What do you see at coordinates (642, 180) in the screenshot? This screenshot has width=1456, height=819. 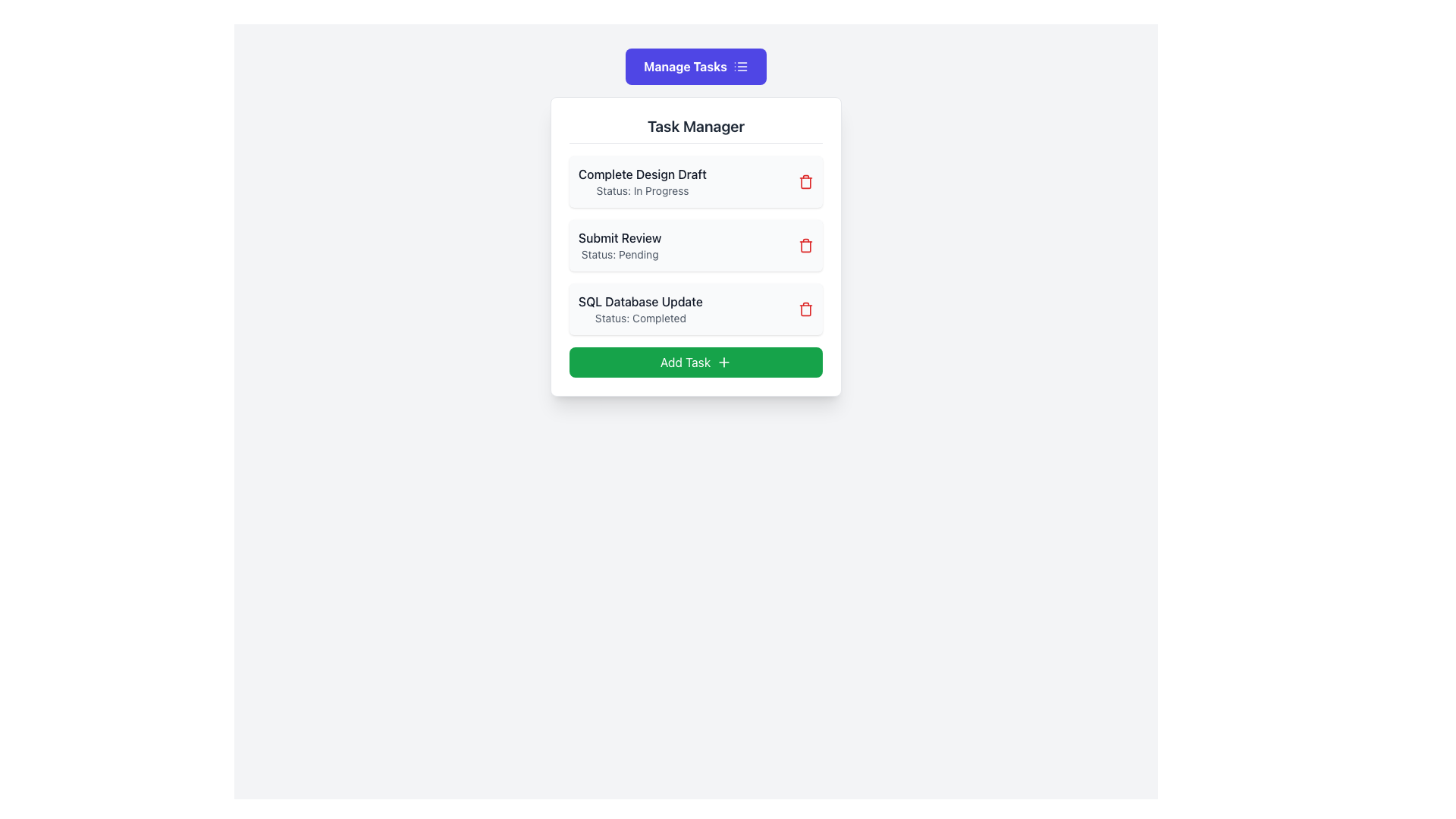 I see `static text display that shows 'Complete Design Draft' and 'Status: In Progress' within the Task Manager card layout` at bounding box center [642, 180].